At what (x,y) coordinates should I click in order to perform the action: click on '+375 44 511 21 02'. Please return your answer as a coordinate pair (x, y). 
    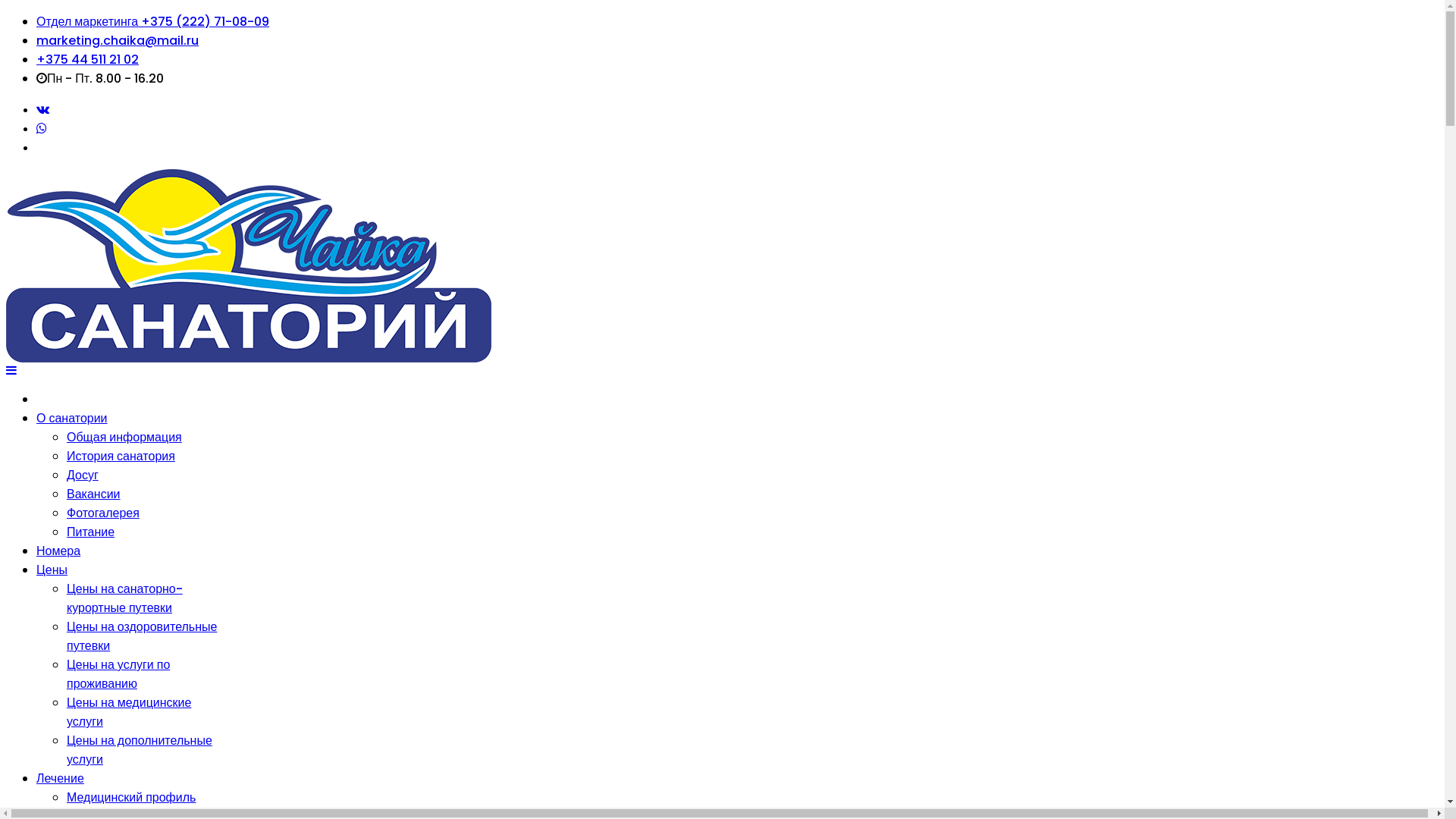
    Looking at the image, I should click on (86, 58).